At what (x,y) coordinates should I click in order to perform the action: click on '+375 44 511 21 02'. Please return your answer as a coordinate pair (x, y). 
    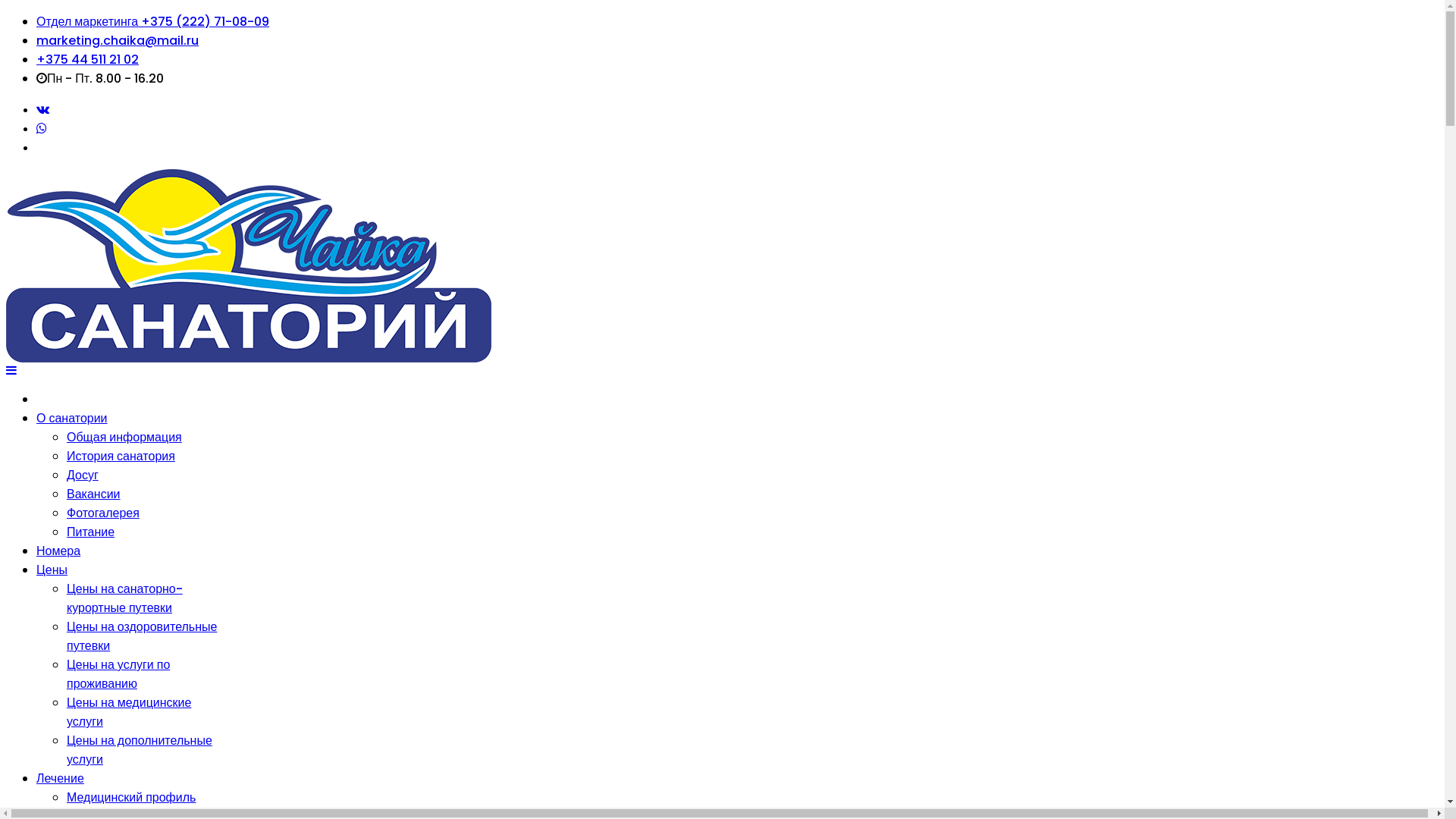
    Looking at the image, I should click on (86, 58).